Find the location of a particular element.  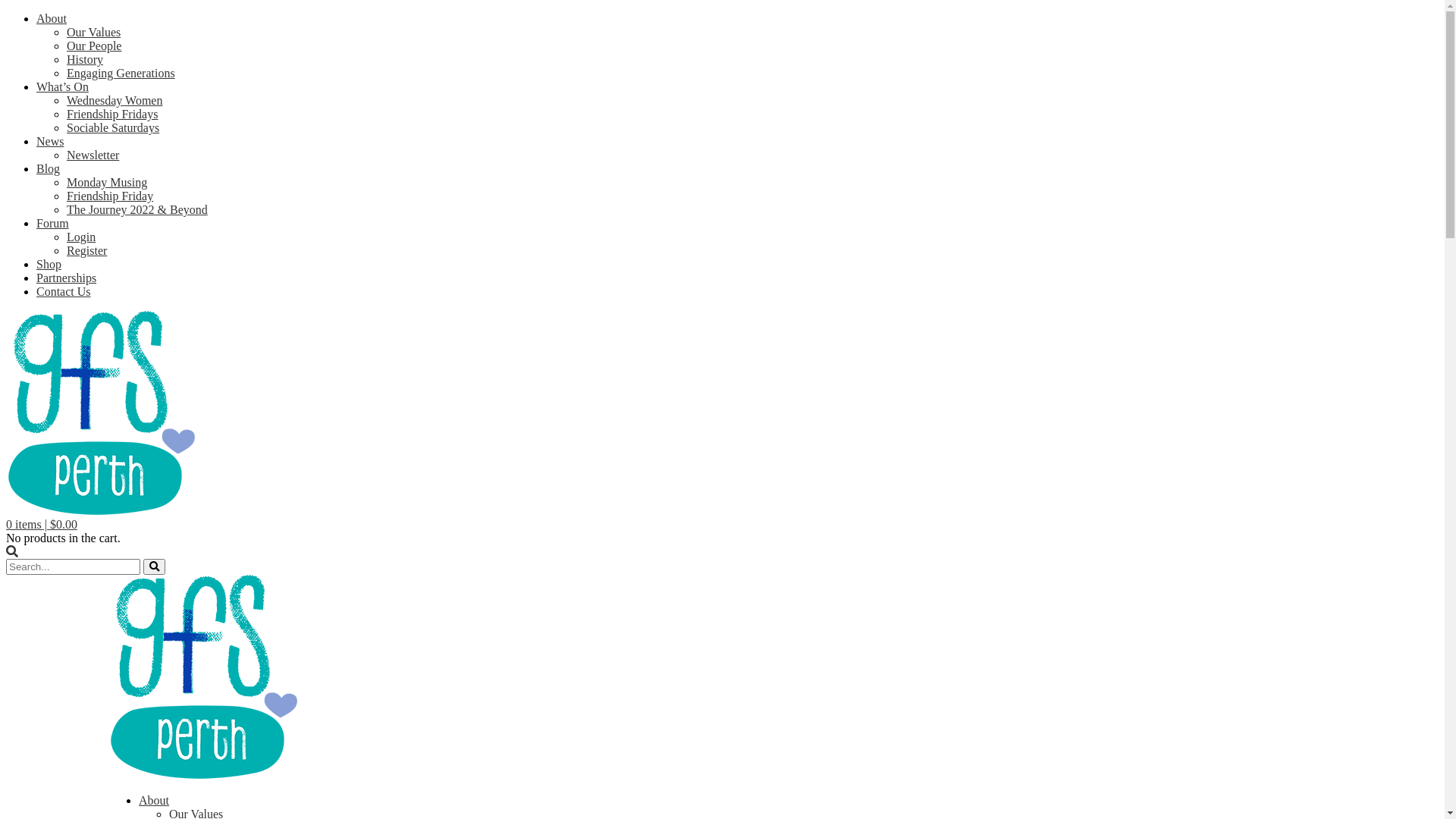

'Wednesday Women' is located at coordinates (113, 100).